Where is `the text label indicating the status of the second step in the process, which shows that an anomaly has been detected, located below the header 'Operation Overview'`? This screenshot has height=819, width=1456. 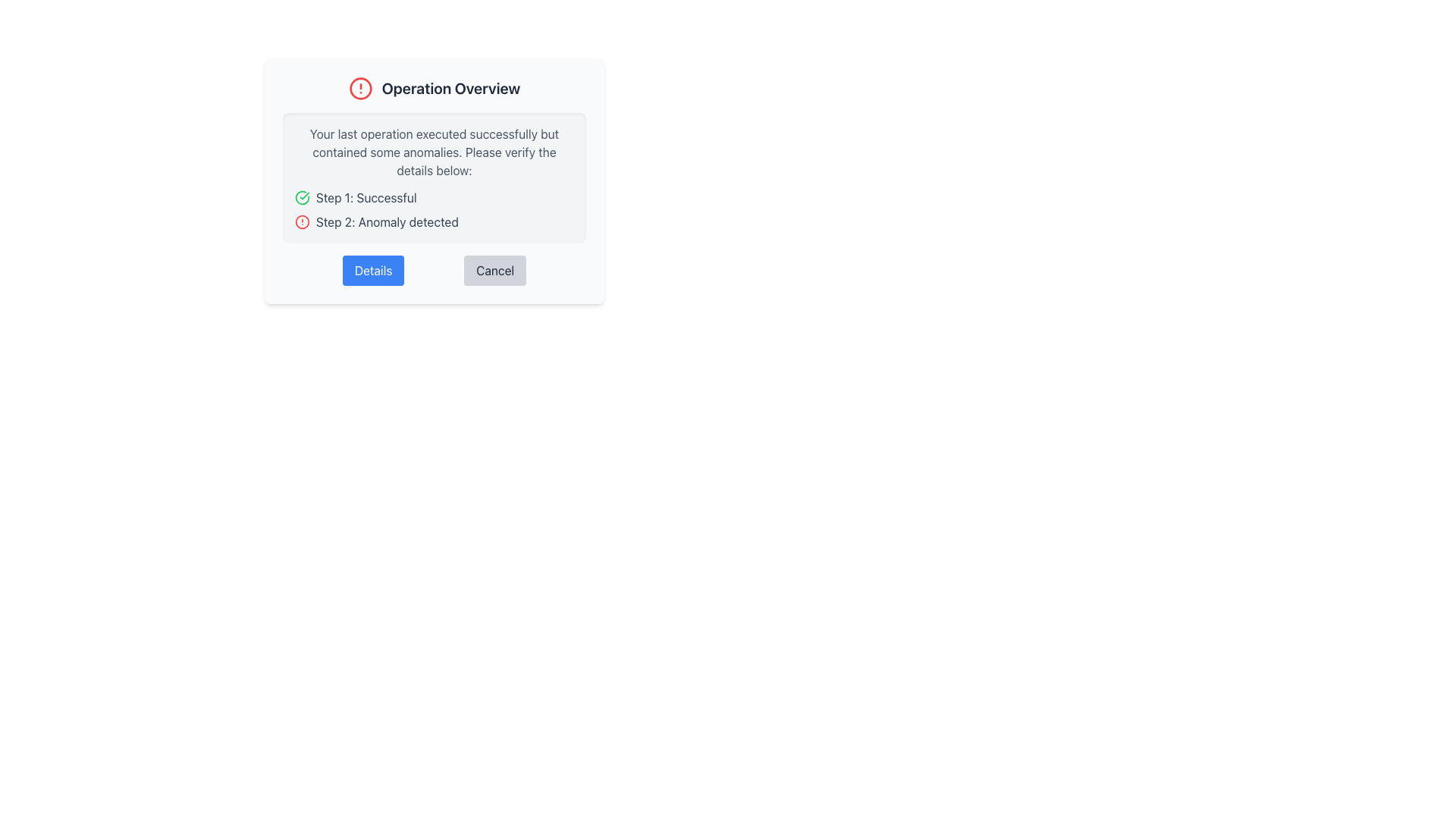
the text label indicating the status of the second step in the process, which shows that an anomaly has been detected, located below the header 'Operation Overview' is located at coordinates (387, 222).